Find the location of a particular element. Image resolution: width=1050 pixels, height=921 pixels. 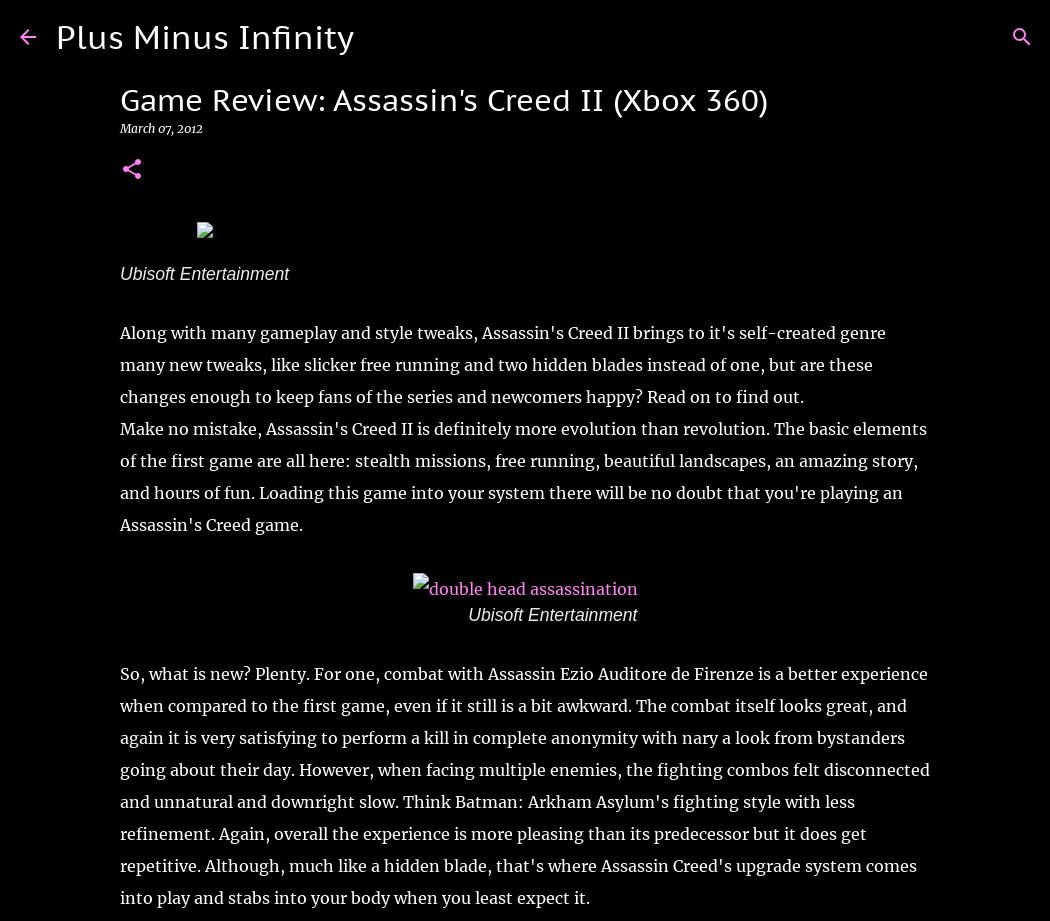

'March 07, 2012' is located at coordinates (161, 127).